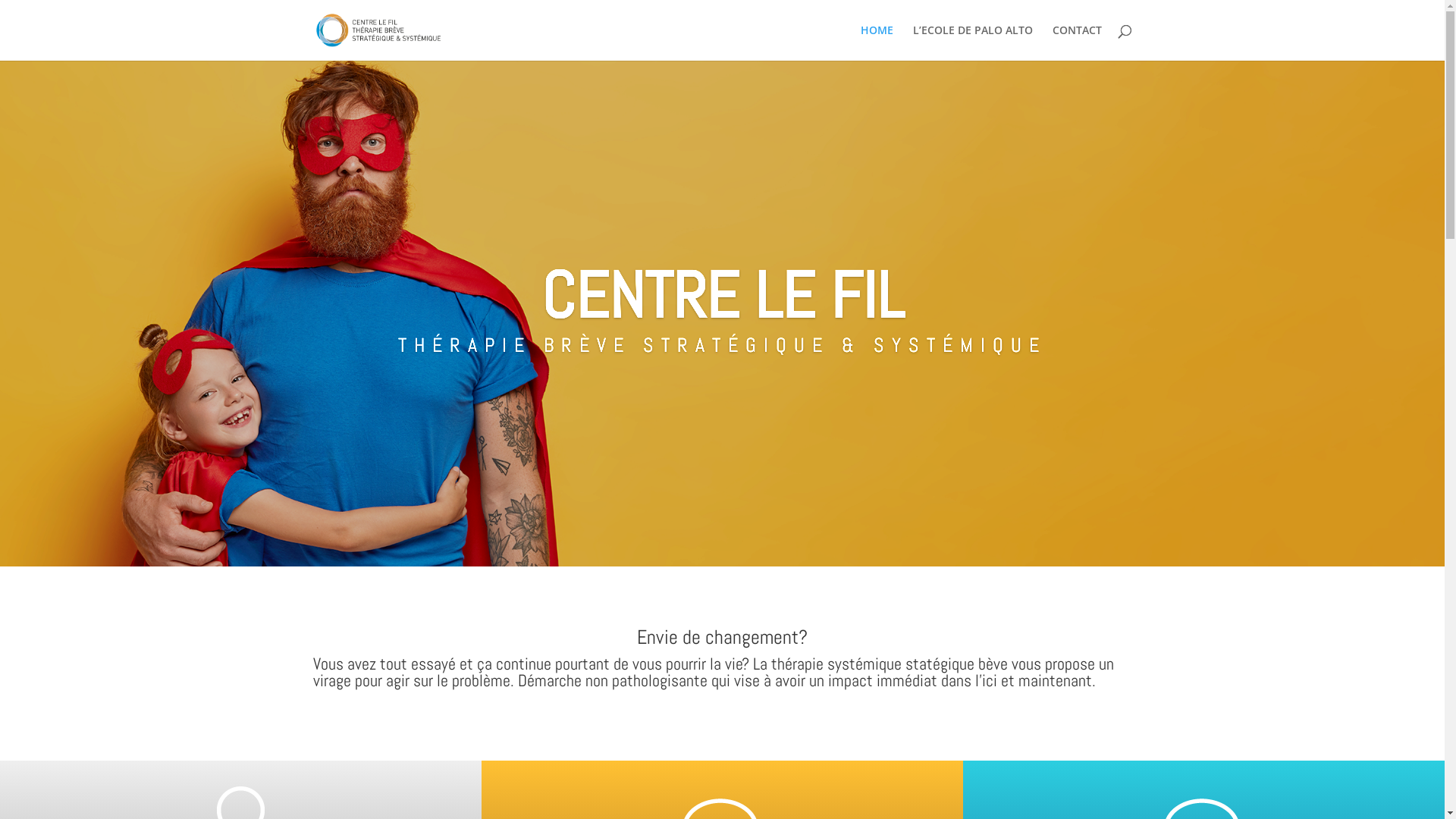 The image size is (1456, 819). I want to click on 'CONTACT', so click(1076, 42).